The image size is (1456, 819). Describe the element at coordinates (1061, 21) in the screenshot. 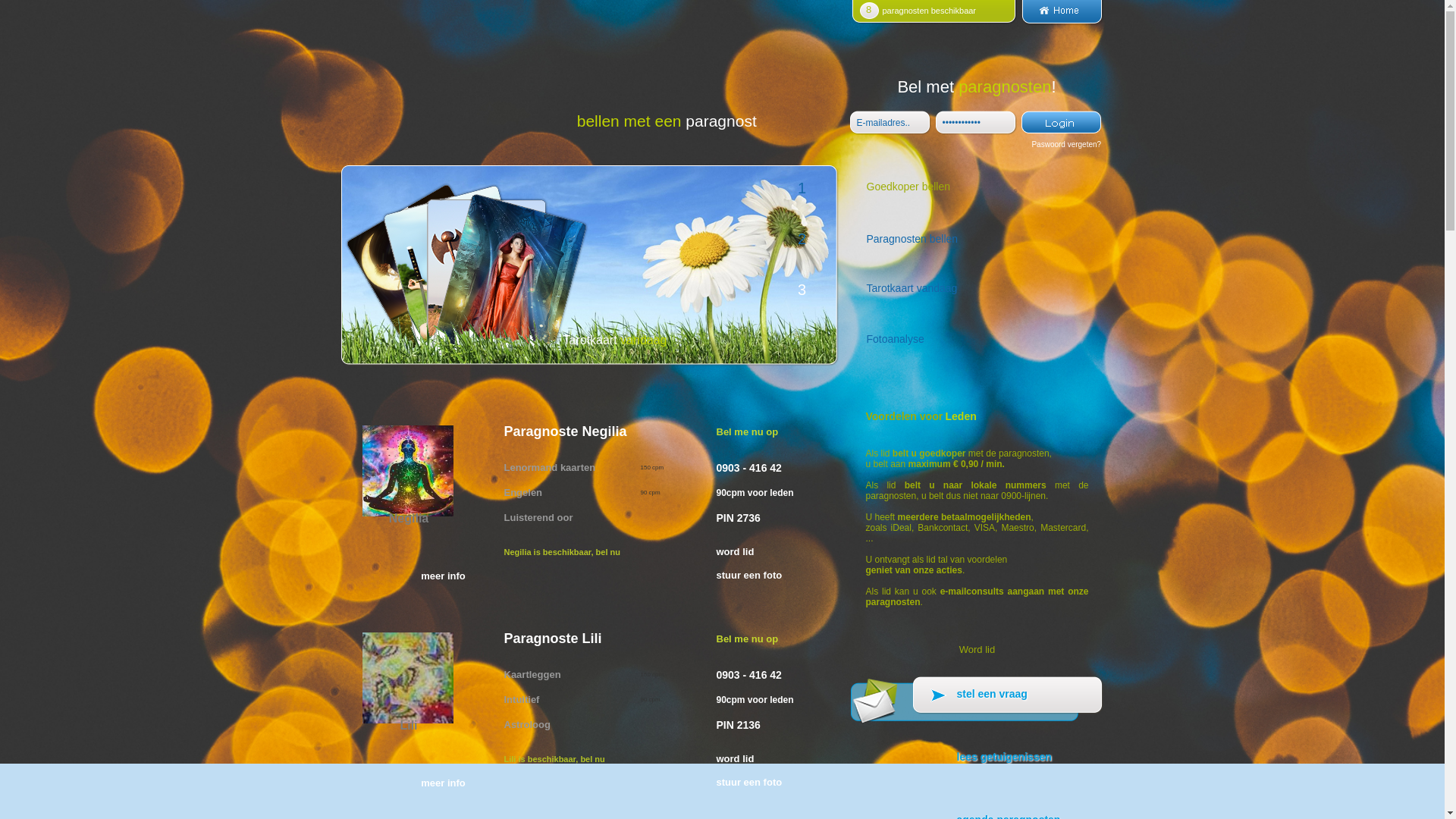

I see `'Home bellenparagnost.be - Bellen met een paragnost'` at that location.